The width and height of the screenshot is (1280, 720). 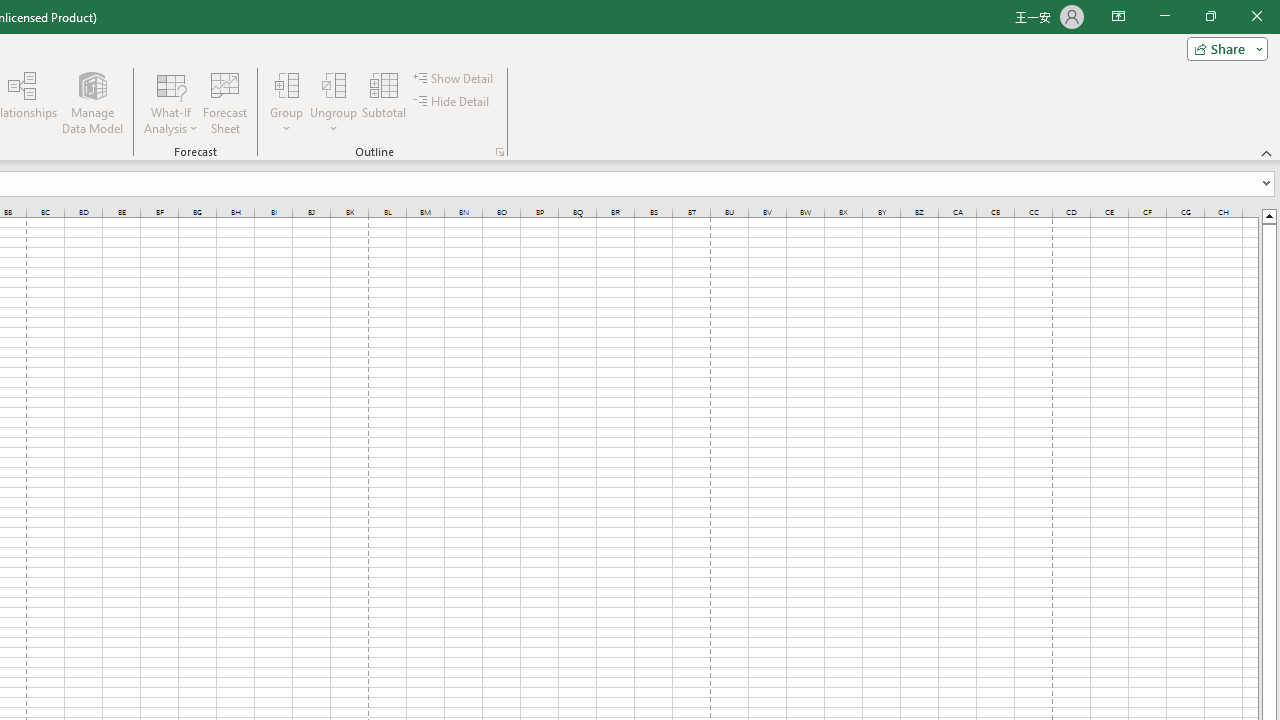 What do you see at coordinates (1255, 16) in the screenshot?
I see `'Close'` at bounding box center [1255, 16].